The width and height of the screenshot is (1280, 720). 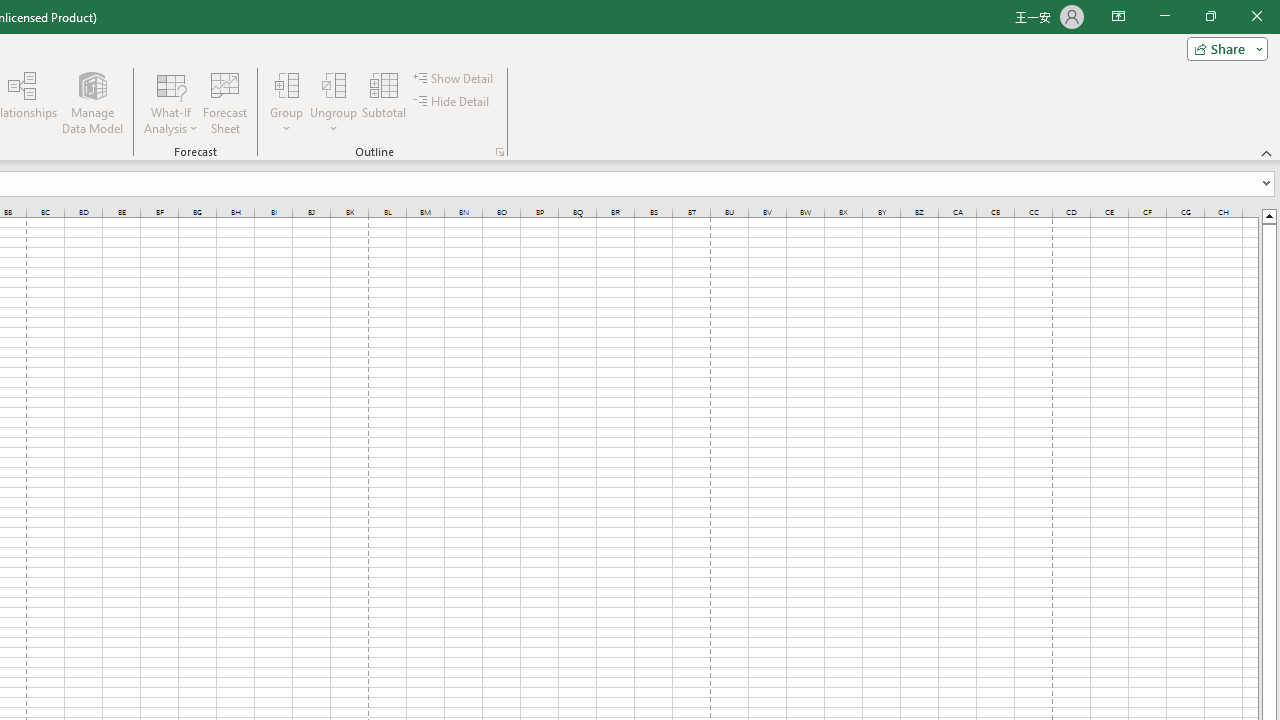 What do you see at coordinates (1255, 16) in the screenshot?
I see `'Close'` at bounding box center [1255, 16].